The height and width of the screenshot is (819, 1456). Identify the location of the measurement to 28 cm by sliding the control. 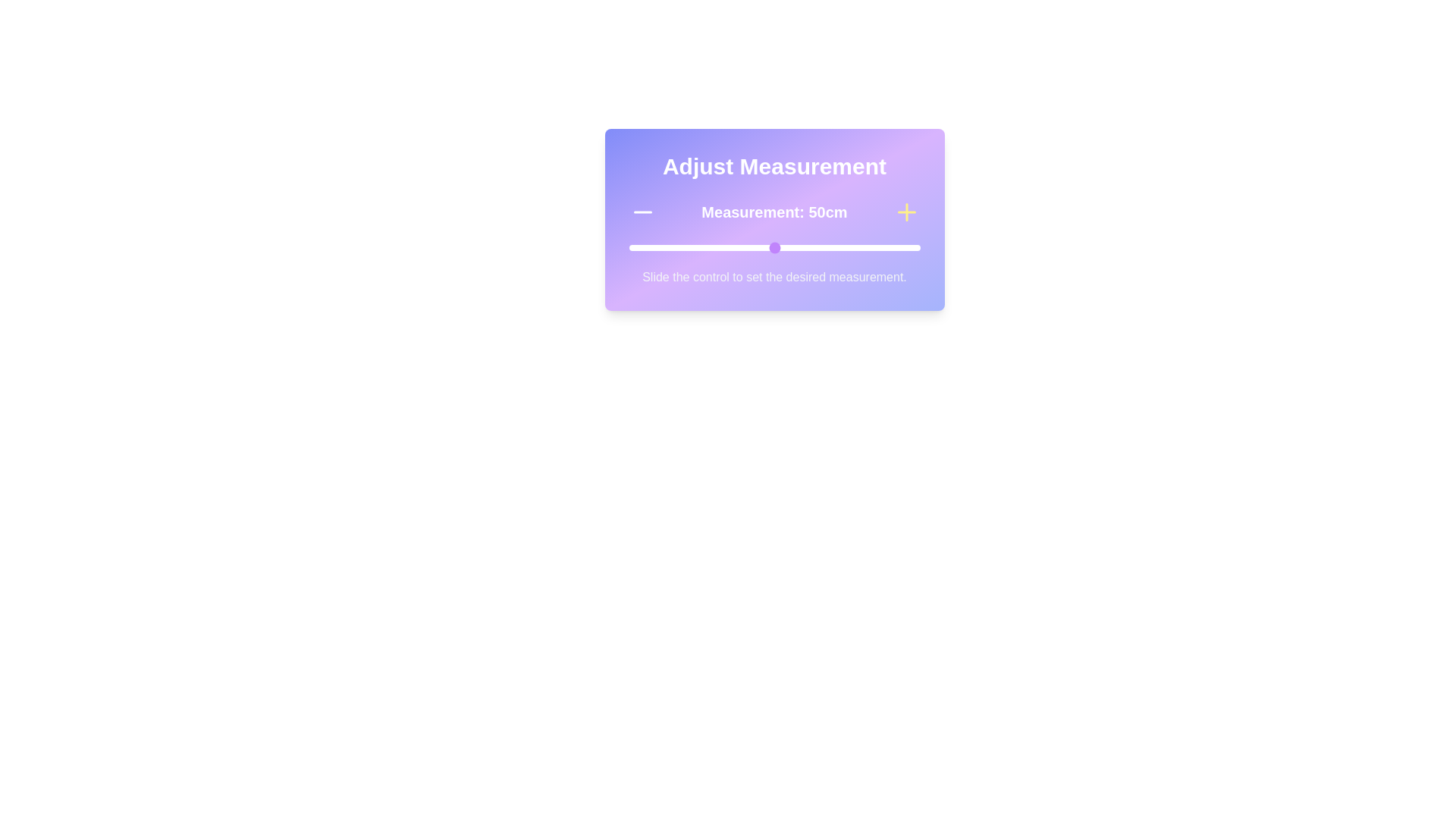
(709, 247).